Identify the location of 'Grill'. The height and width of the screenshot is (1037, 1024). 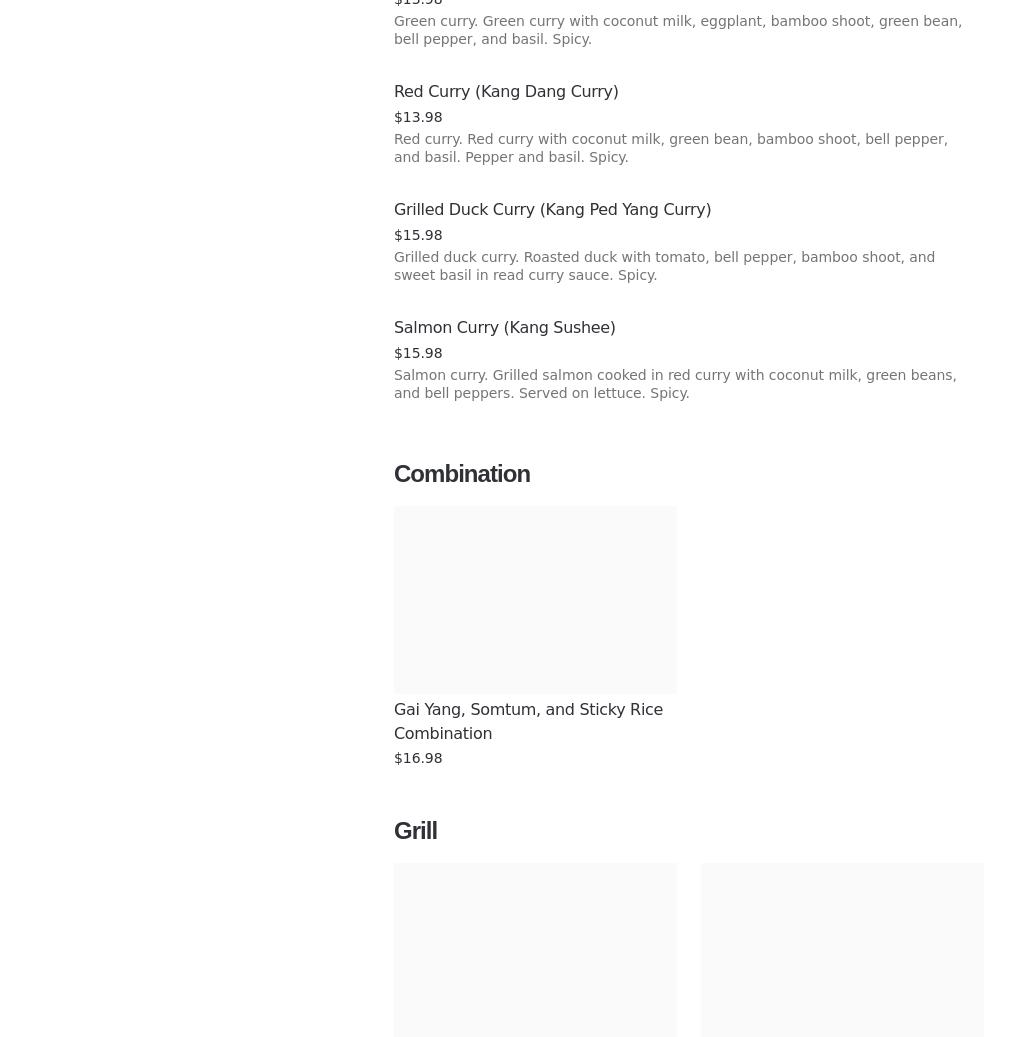
(414, 830).